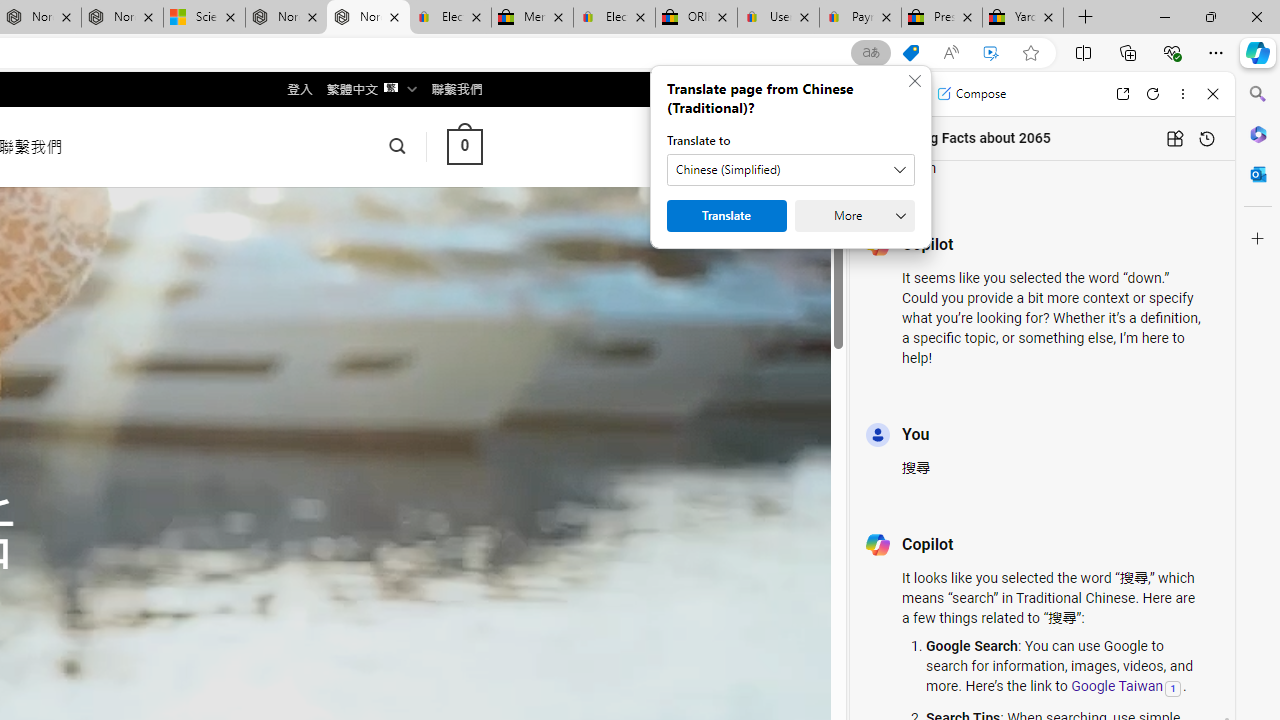 This screenshot has width=1280, height=720. What do you see at coordinates (909, 52) in the screenshot?
I see `'This site has coupons! Shopping in Microsoft Edge'` at bounding box center [909, 52].